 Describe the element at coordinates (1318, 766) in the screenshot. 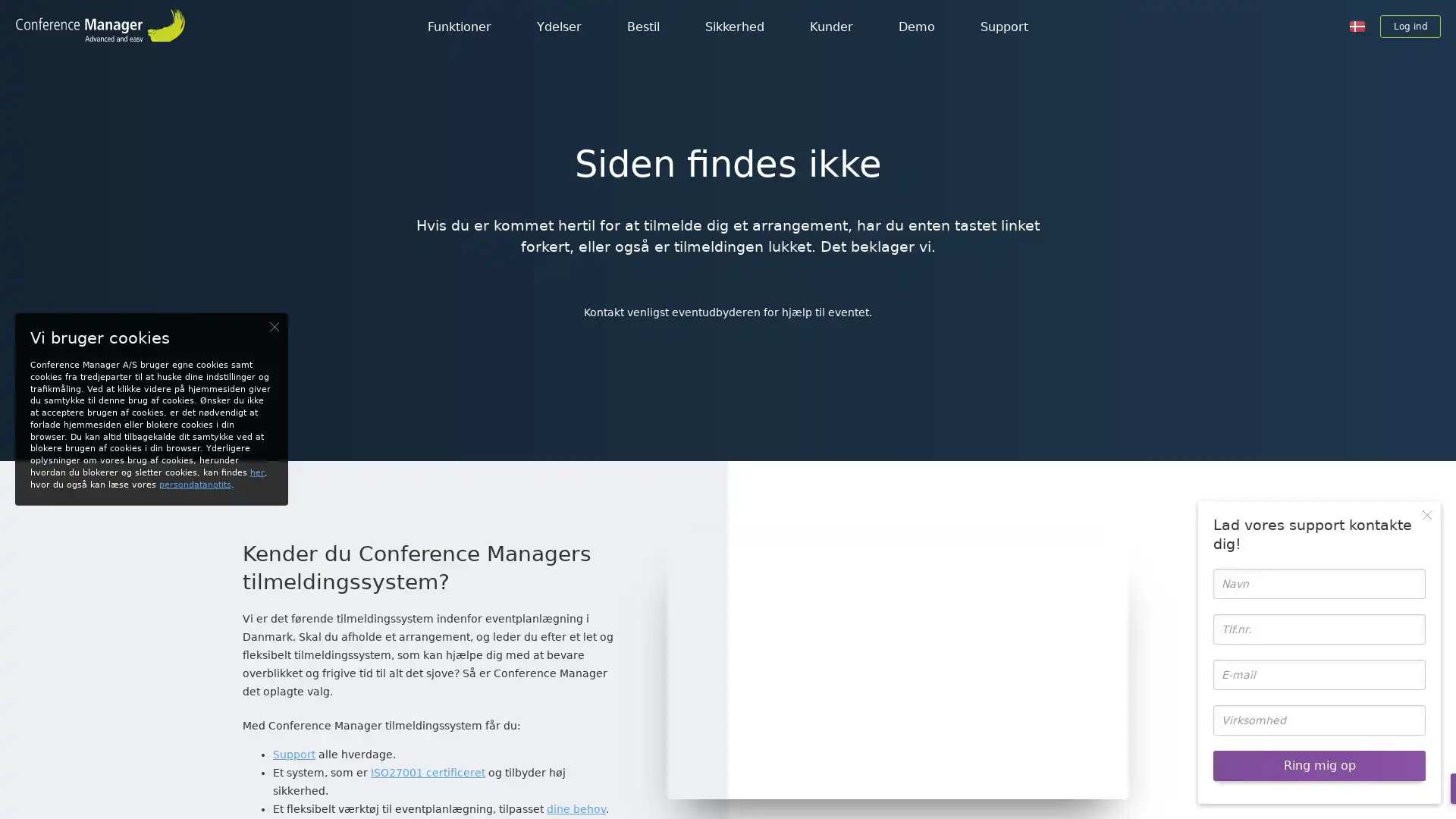

I see `Ring mig op` at that location.